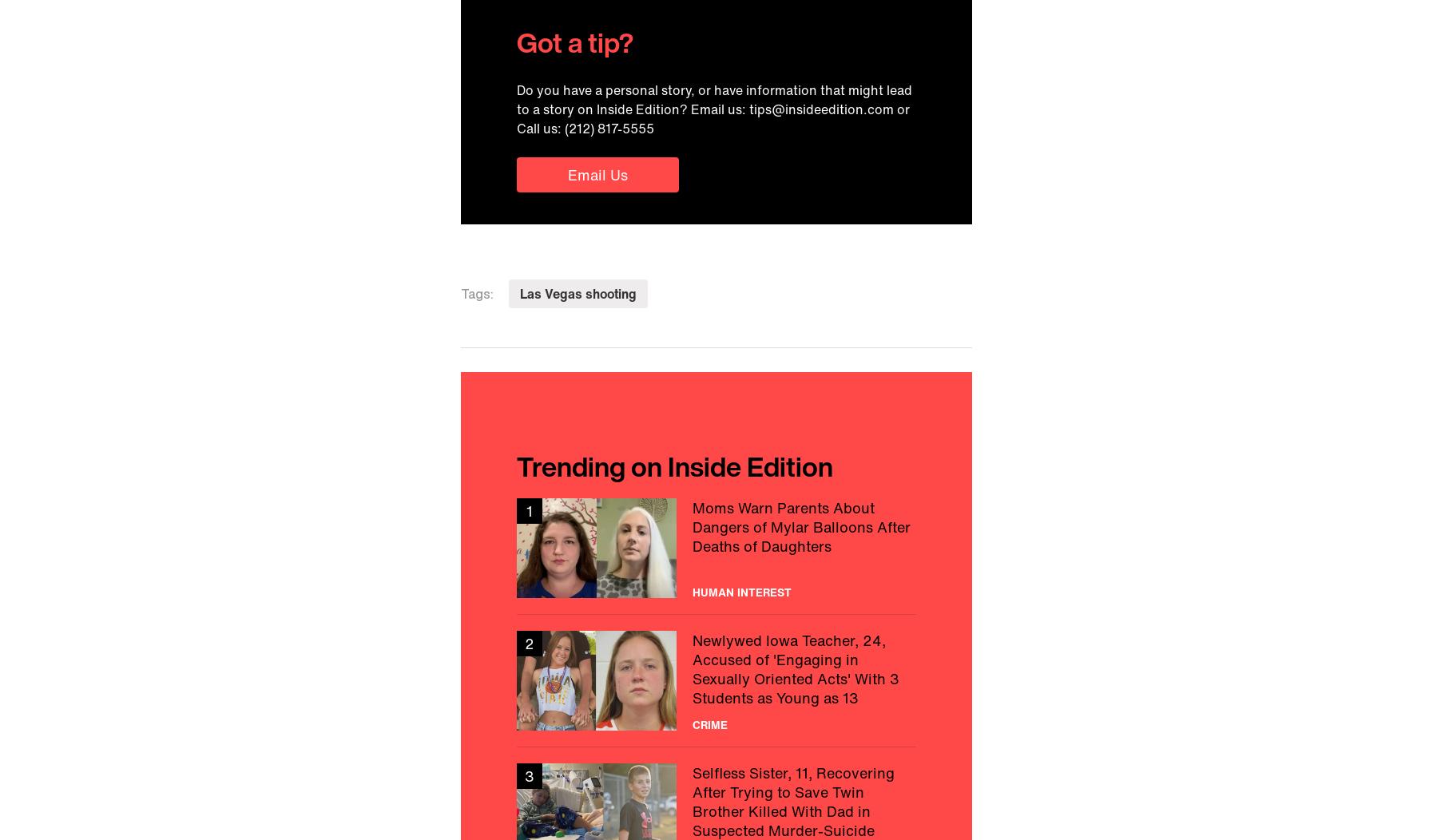 The height and width of the screenshot is (840, 1433). Describe the element at coordinates (709, 723) in the screenshot. I see `'Crime'` at that location.